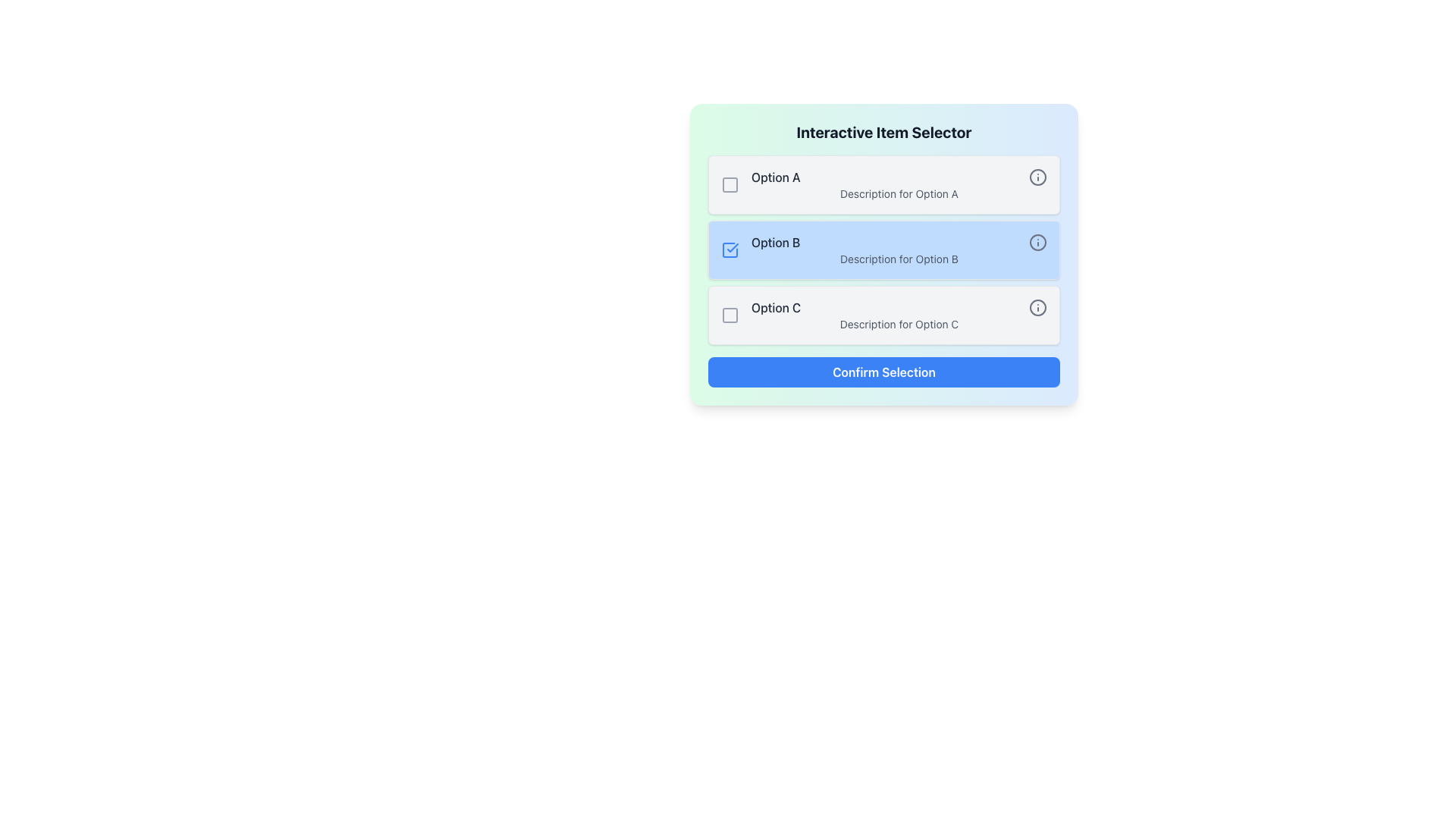 Image resolution: width=1456 pixels, height=819 pixels. Describe the element at coordinates (1037, 307) in the screenshot. I see `the small circular icon with a gray outline and an inner 'i' symbol, located to the far right of the row labeled 'Option C'` at that location.